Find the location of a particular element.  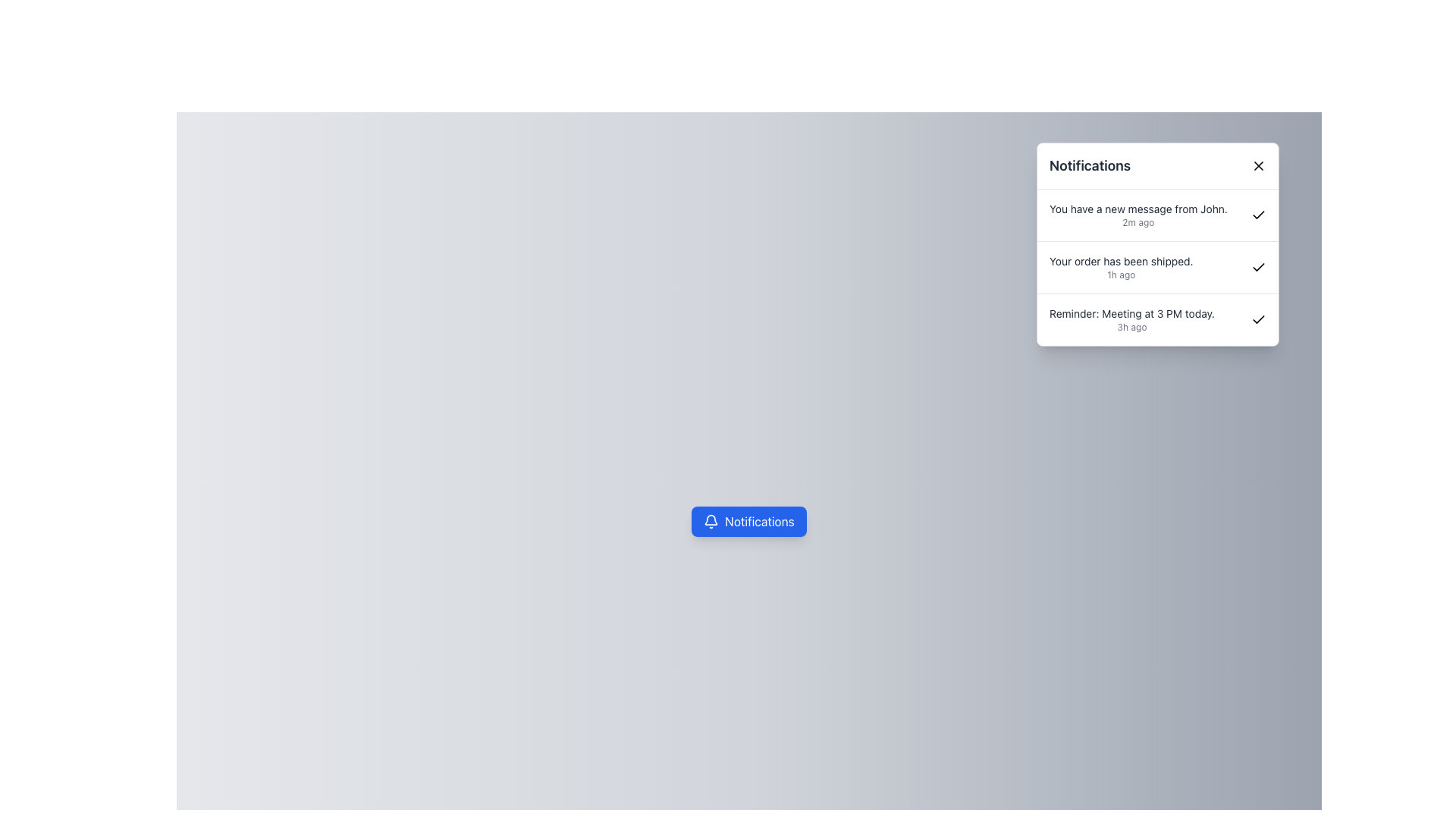

the text label displaying '2m ago', which is located beneath the message from John in the notification card at the top-right corner of the interface is located at coordinates (1138, 222).